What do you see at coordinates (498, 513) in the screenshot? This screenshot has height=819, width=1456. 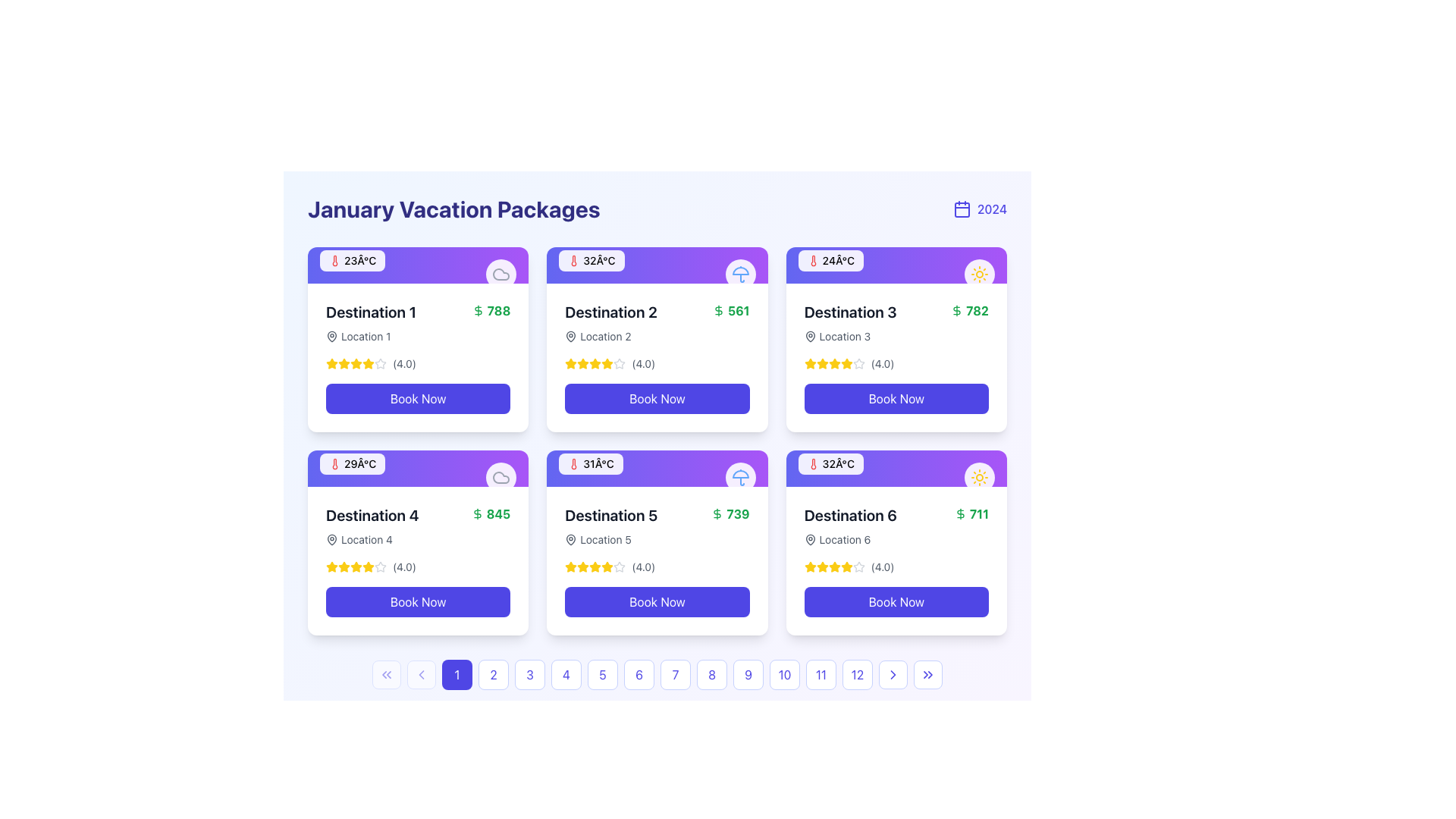 I see `the bold green text displaying the number '845' in the card for 'Destination 4', which is positioned below the temperature section and above the 'Book Now' button` at bounding box center [498, 513].